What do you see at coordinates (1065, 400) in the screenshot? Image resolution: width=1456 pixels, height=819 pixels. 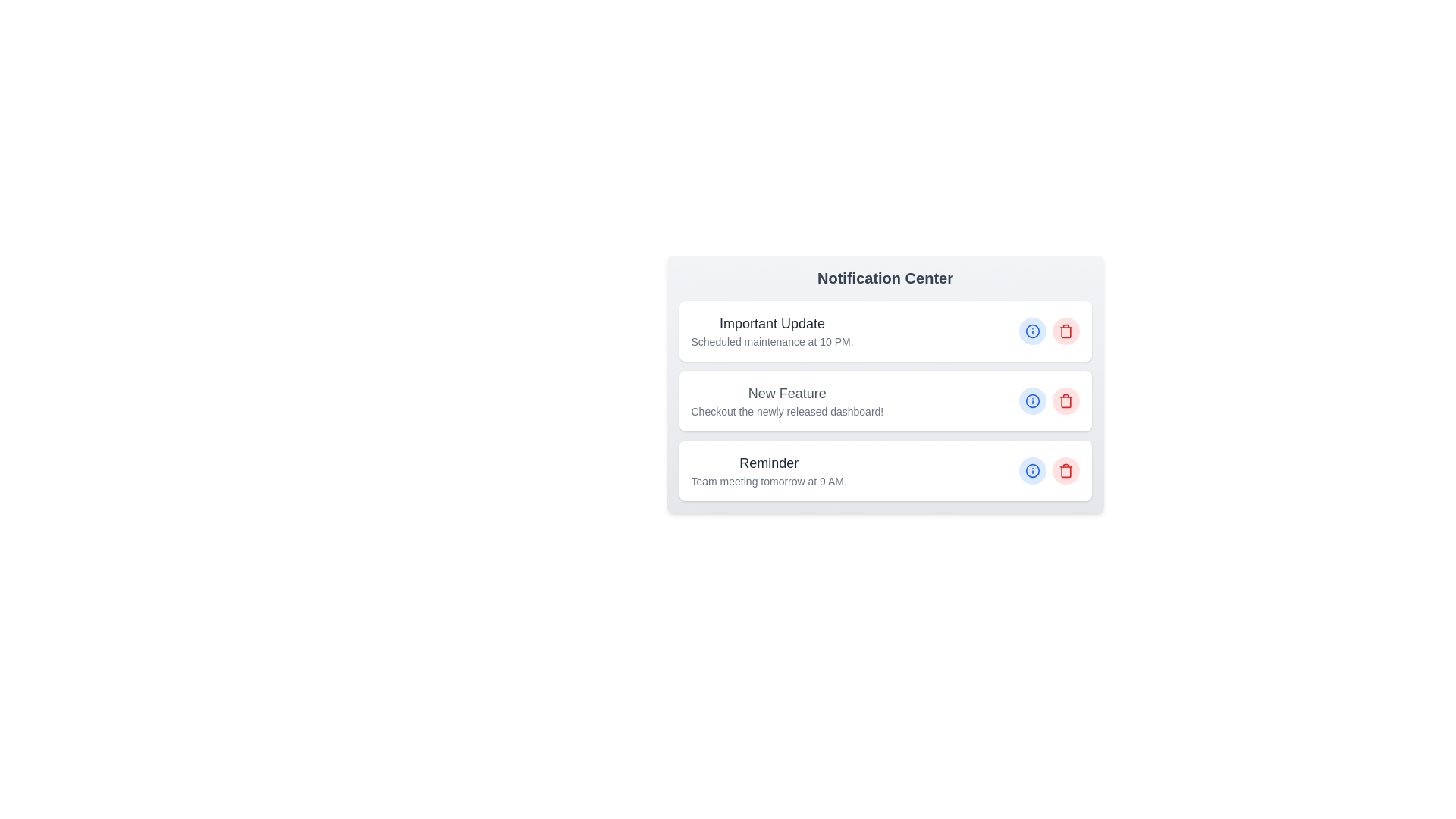 I see `delete button next to the item titled 'New Feature' to remove it from the list` at bounding box center [1065, 400].